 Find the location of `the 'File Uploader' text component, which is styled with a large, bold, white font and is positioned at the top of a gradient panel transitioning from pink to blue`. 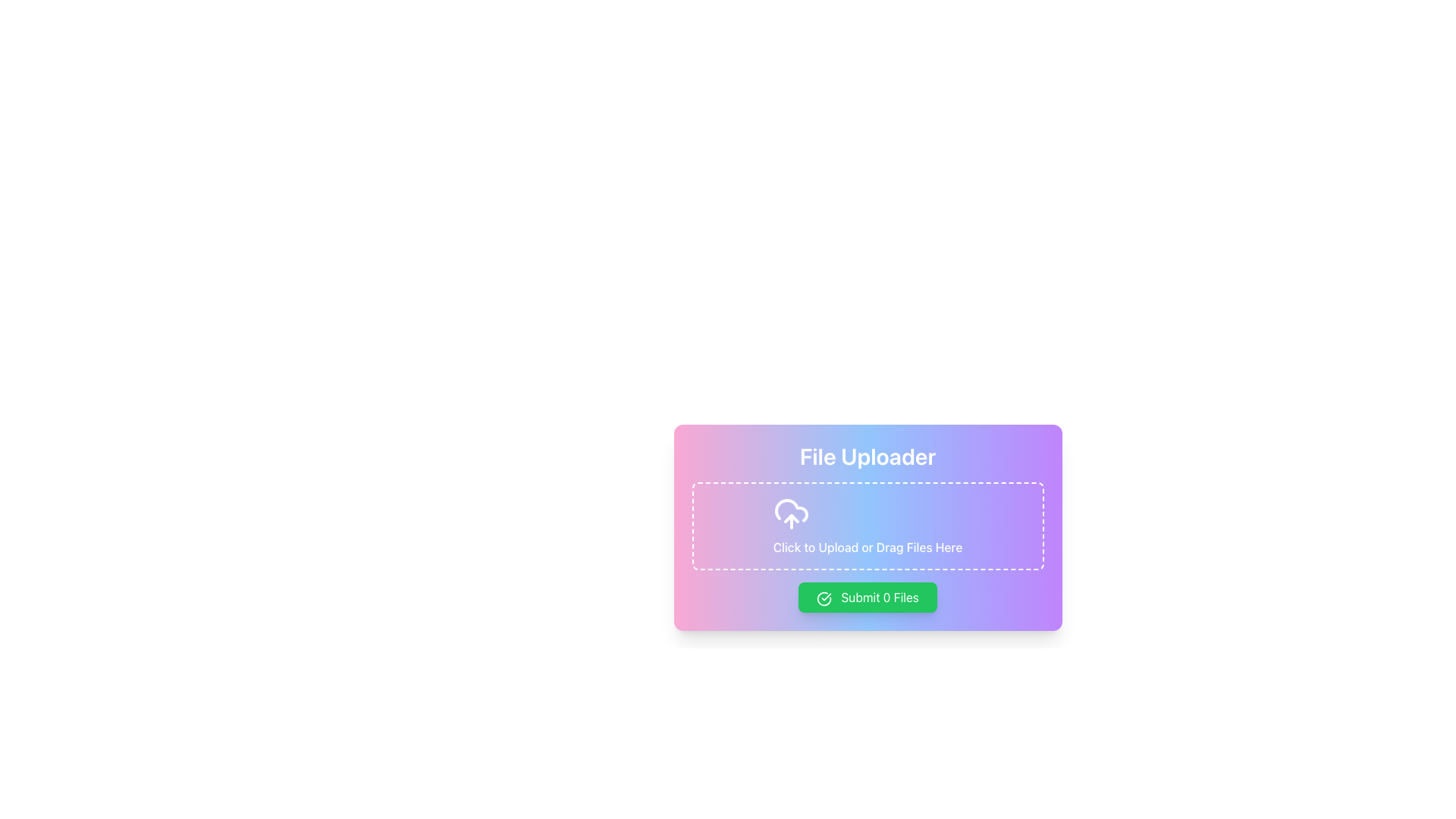

the 'File Uploader' text component, which is styled with a large, bold, white font and is positioned at the top of a gradient panel transitioning from pink to blue is located at coordinates (868, 455).